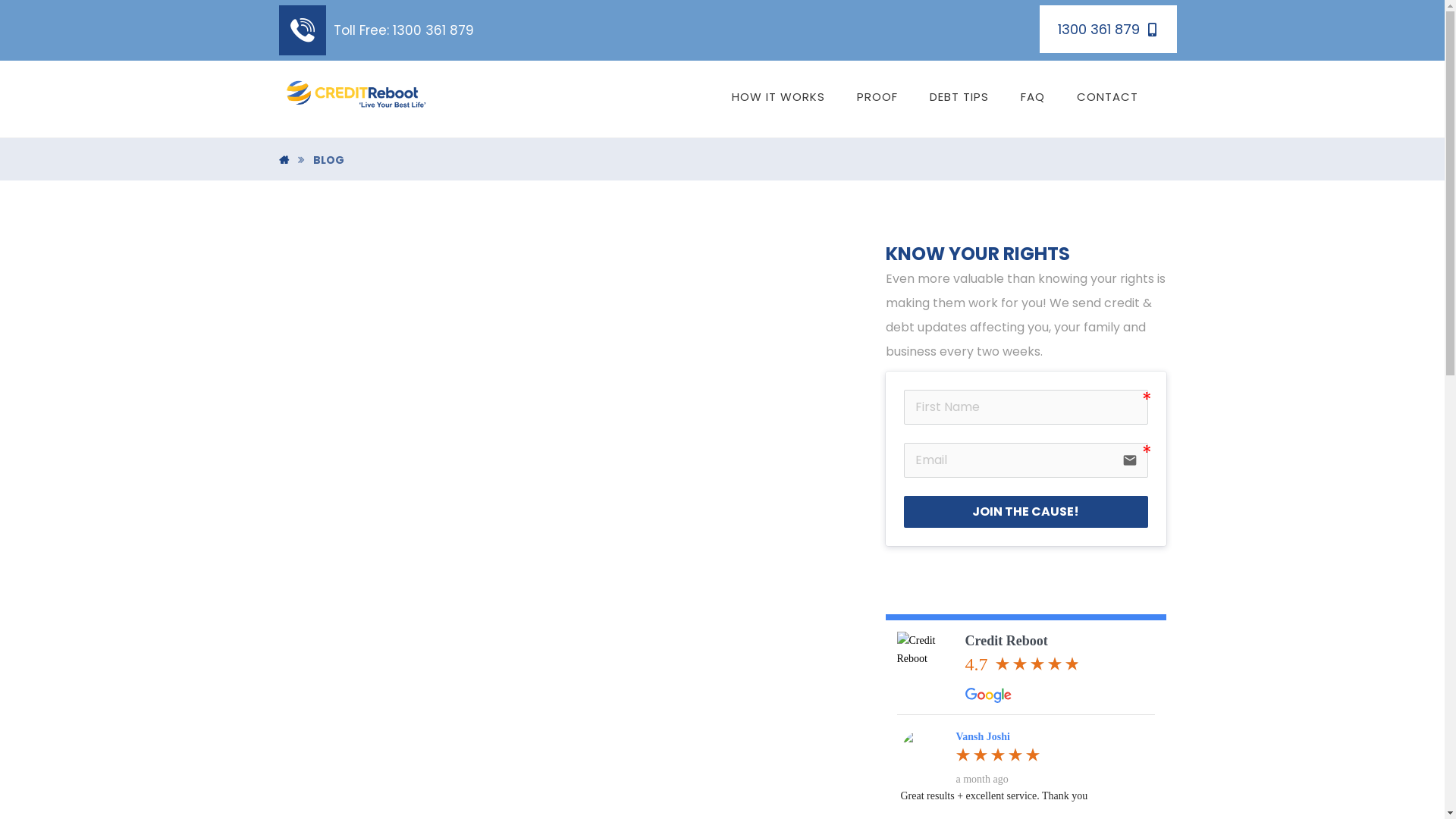 This screenshot has width=1456, height=819. Describe the element at coordinates (1108, 29) in the screenshot. I see `'1300 361 879'` at that location.